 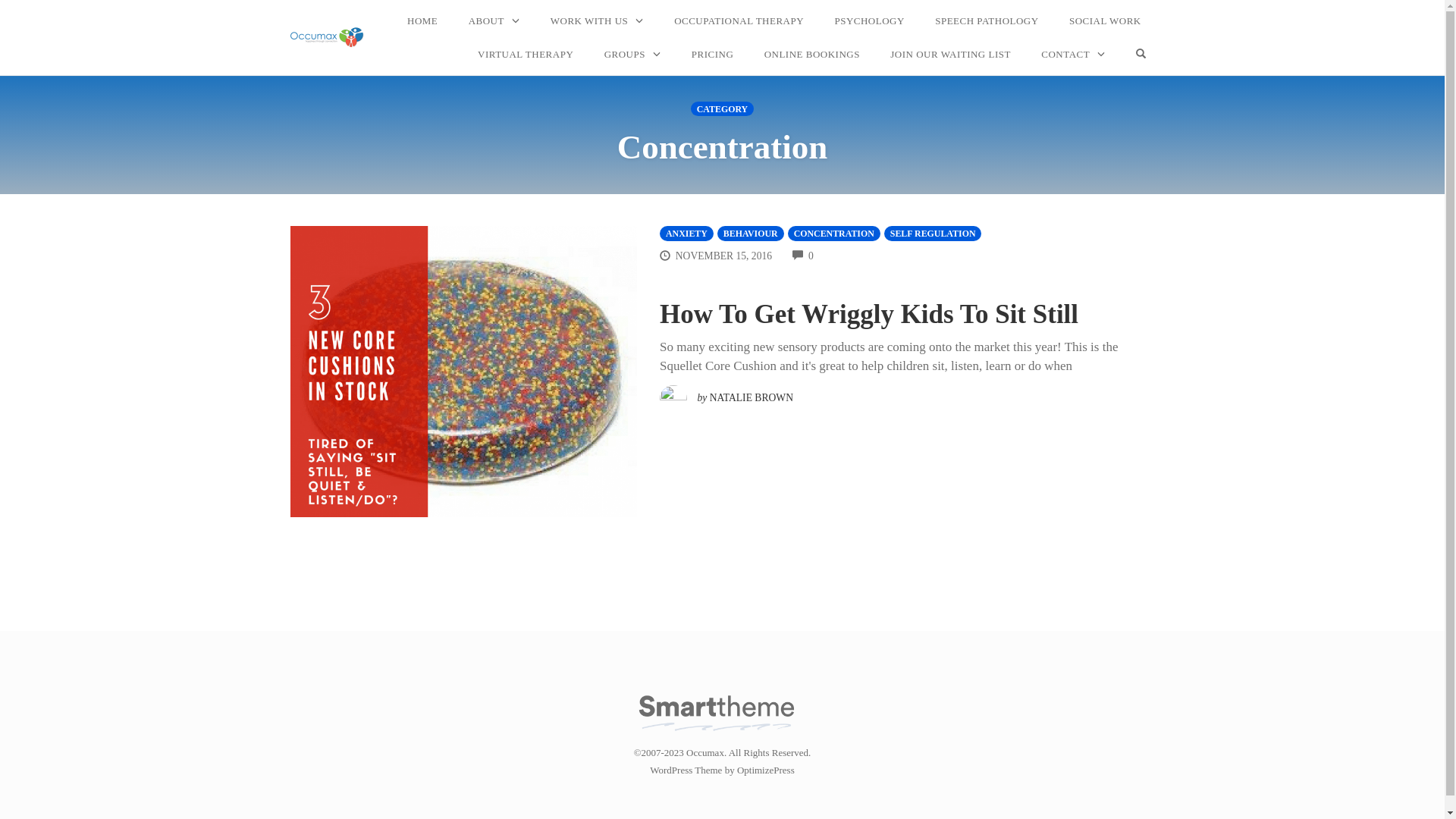 I want to click on 'GROUPS', so click(x=595, y=54).